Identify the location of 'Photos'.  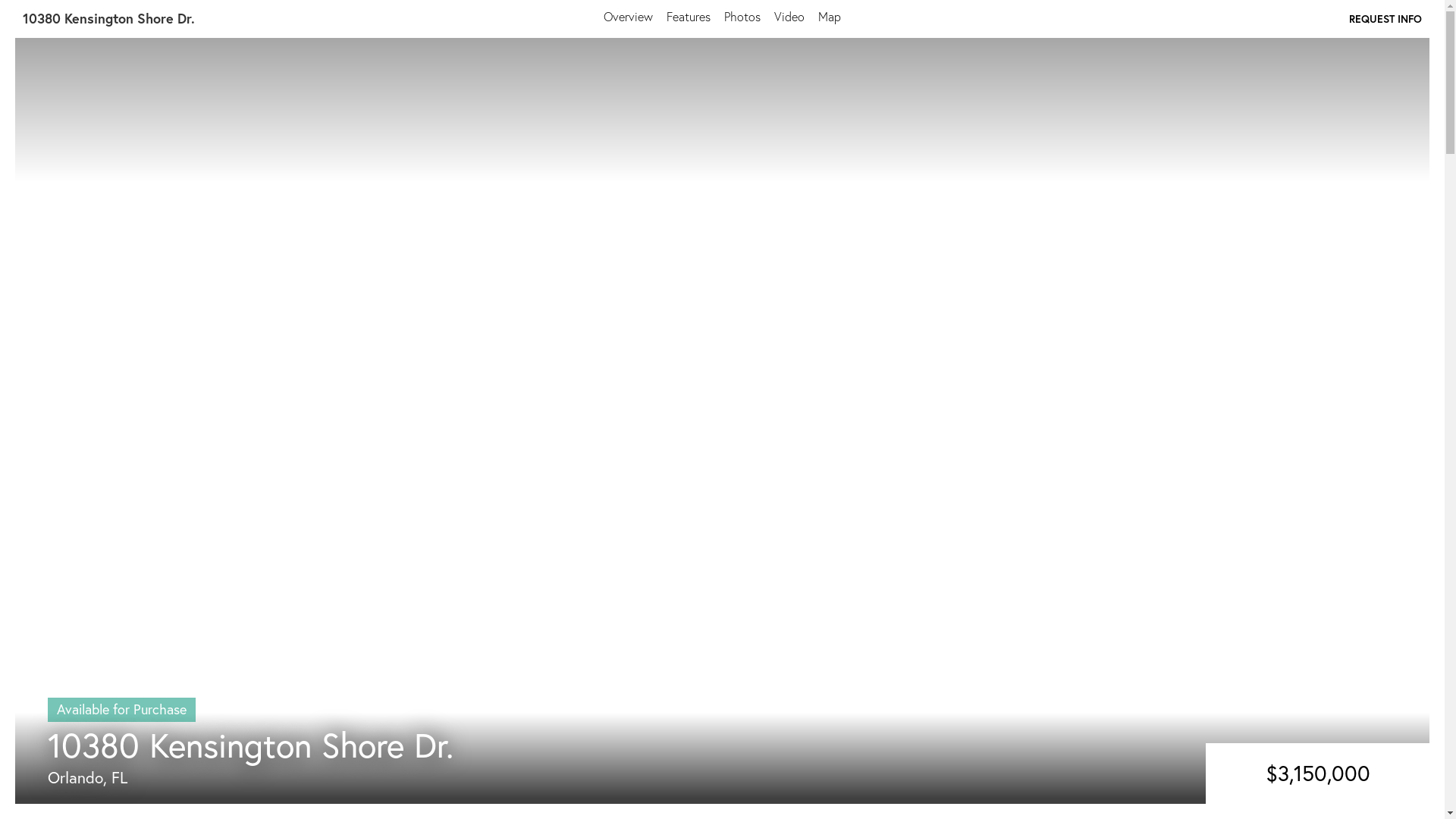
(723, 16).